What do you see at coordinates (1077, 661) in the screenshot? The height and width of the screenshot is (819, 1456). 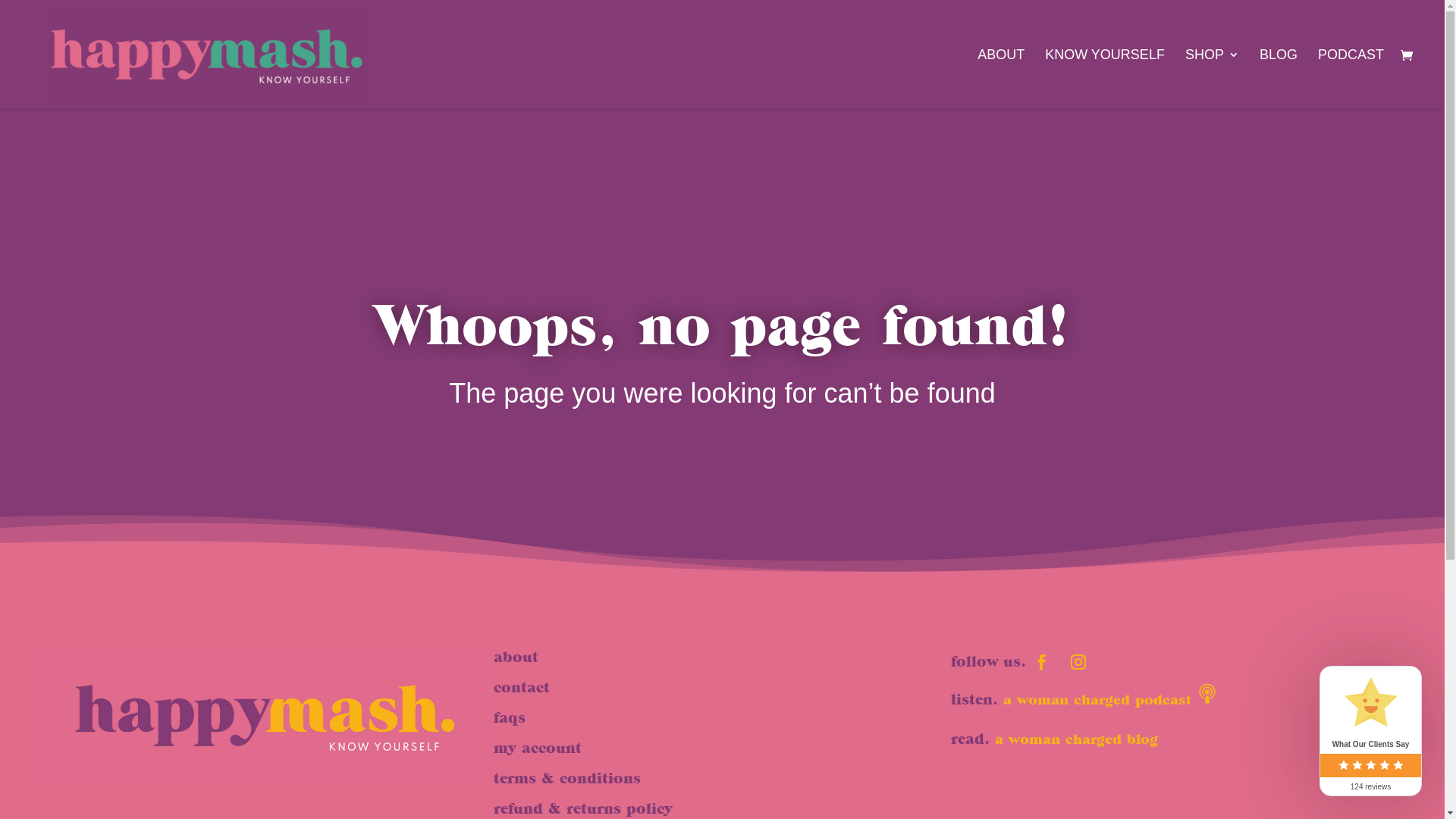 I see `'Follow on Instagram'` at bounding box center [1077, 661].